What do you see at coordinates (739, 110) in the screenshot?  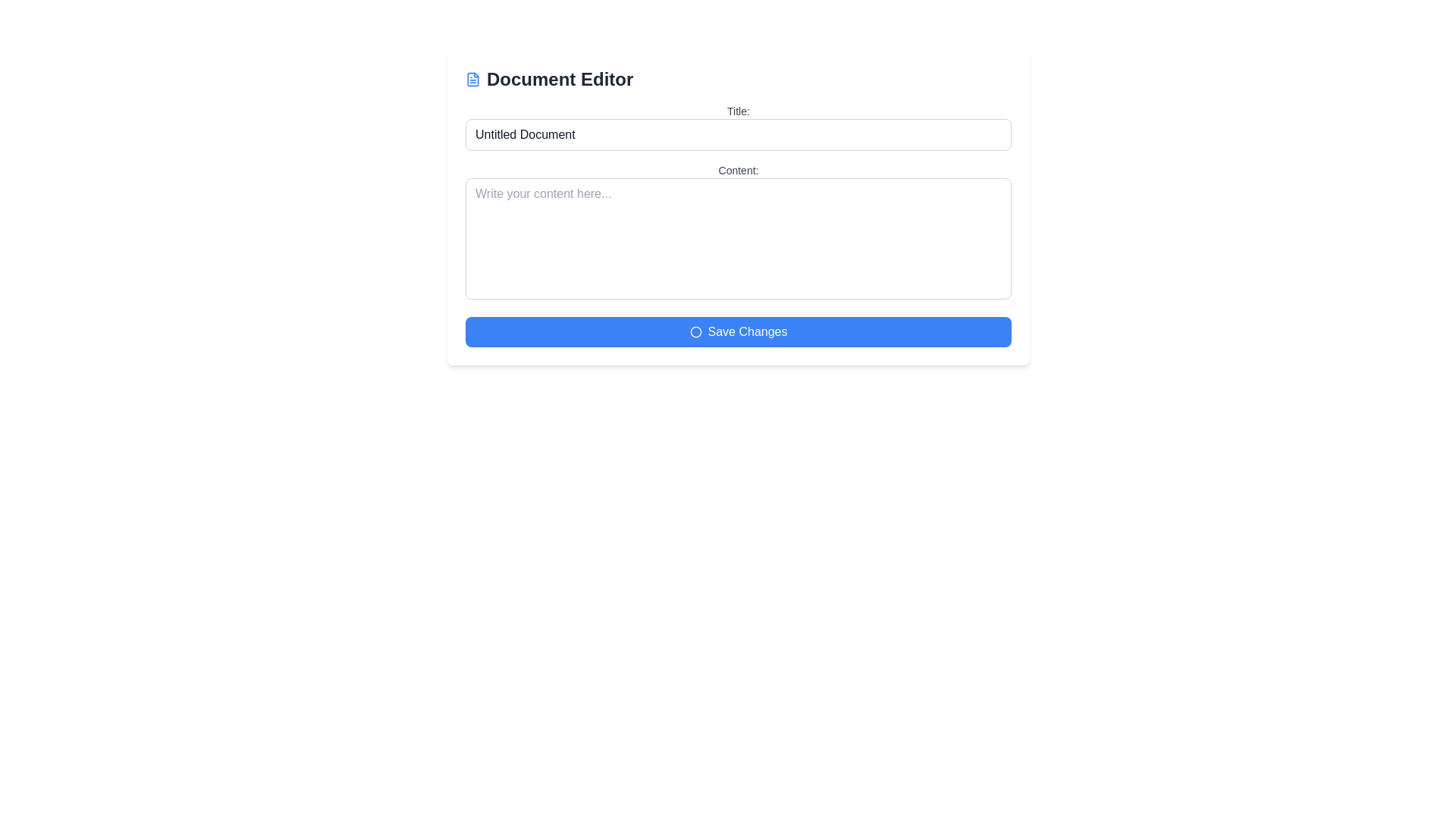 I see `text label displaying 'Title:' which is located at the top section of the form, directly above the text input field labeled 'Untitled Document'` at bounding box center [739, 110].